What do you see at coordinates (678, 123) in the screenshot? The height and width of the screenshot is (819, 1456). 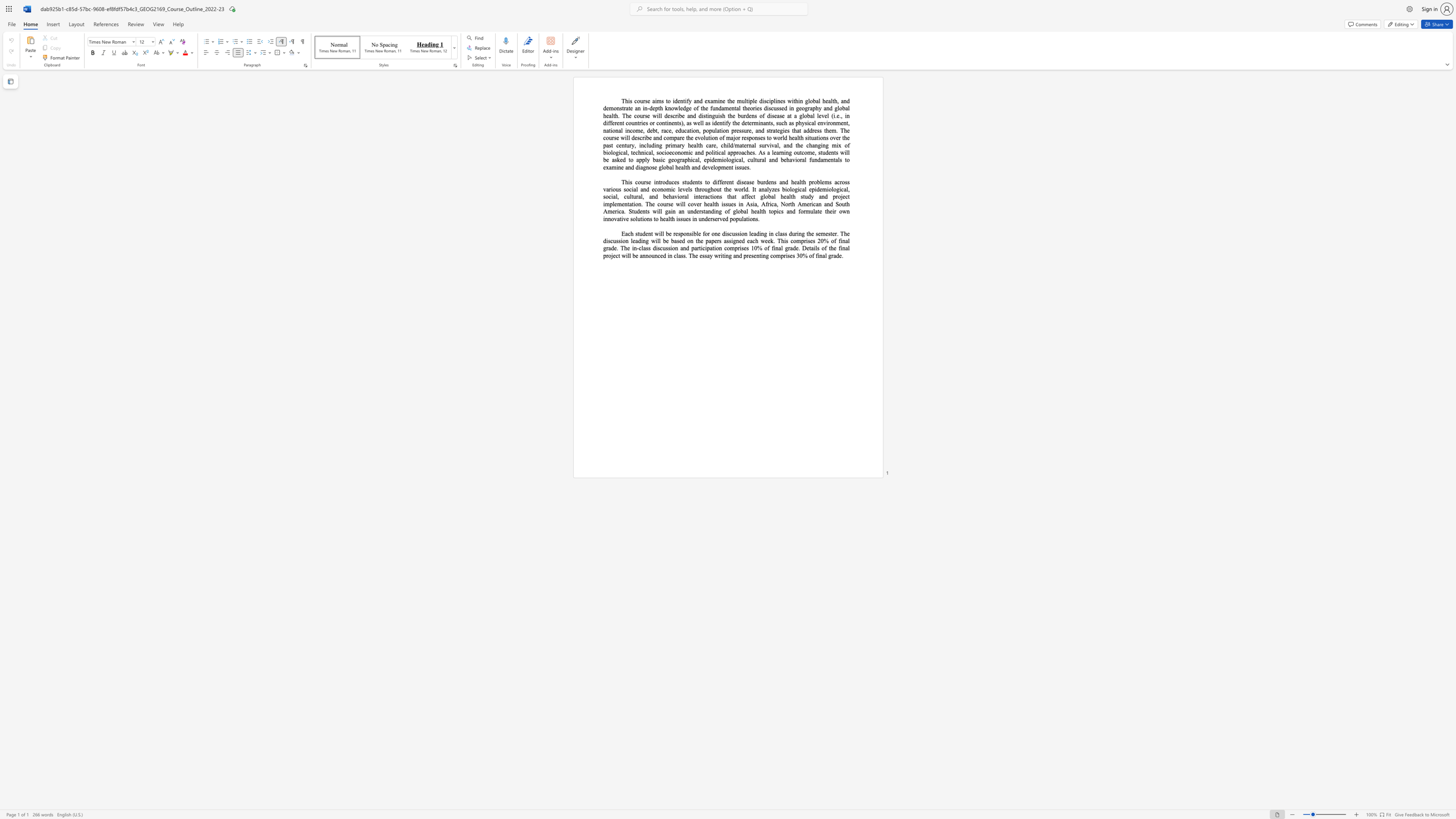 I see `the 2th character "t" in the text` at bounding box center [678, 123].